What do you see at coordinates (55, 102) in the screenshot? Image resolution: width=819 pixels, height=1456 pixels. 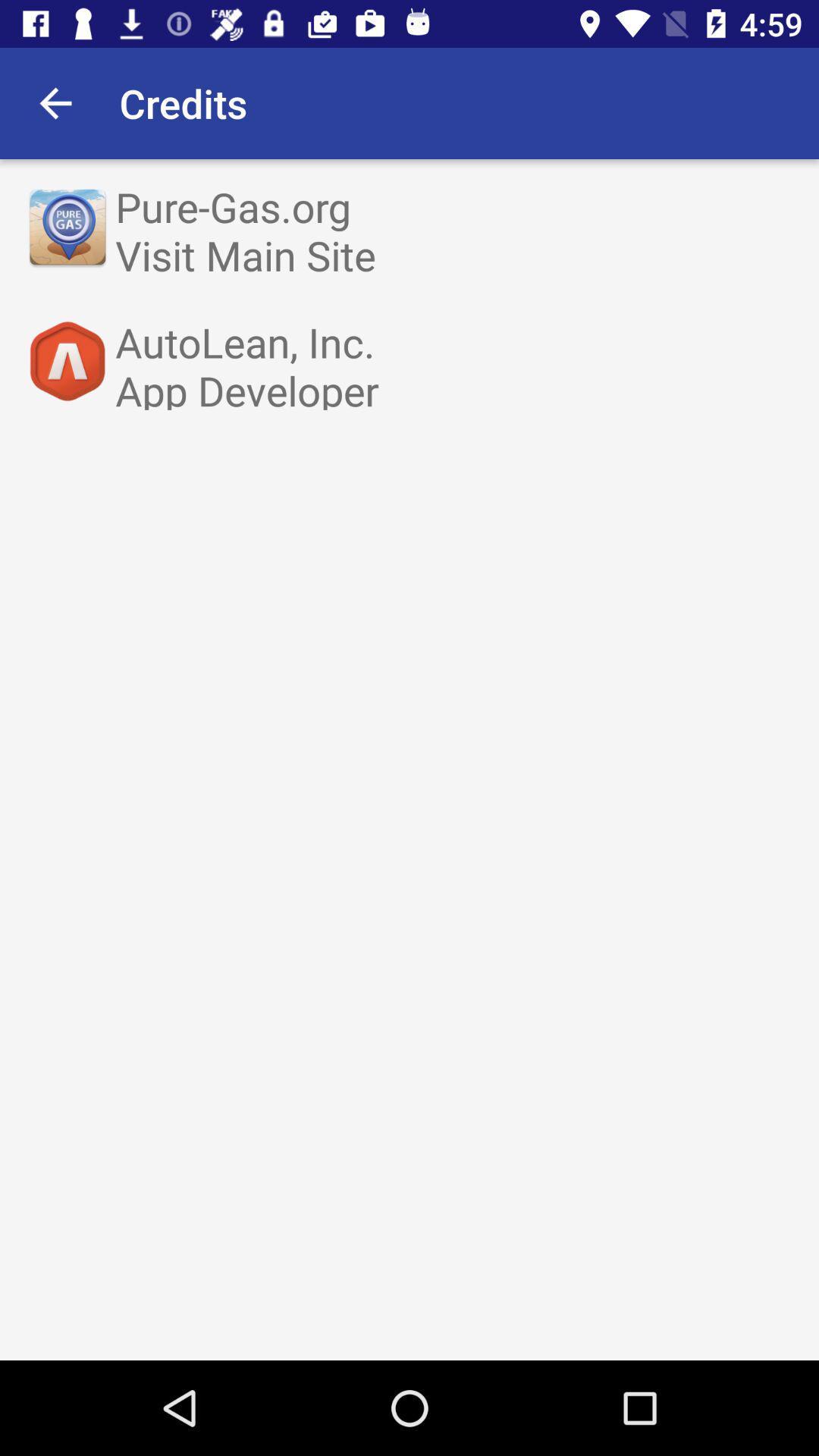 I see `the app next to the credits icon` at bounding box center [55, 102].